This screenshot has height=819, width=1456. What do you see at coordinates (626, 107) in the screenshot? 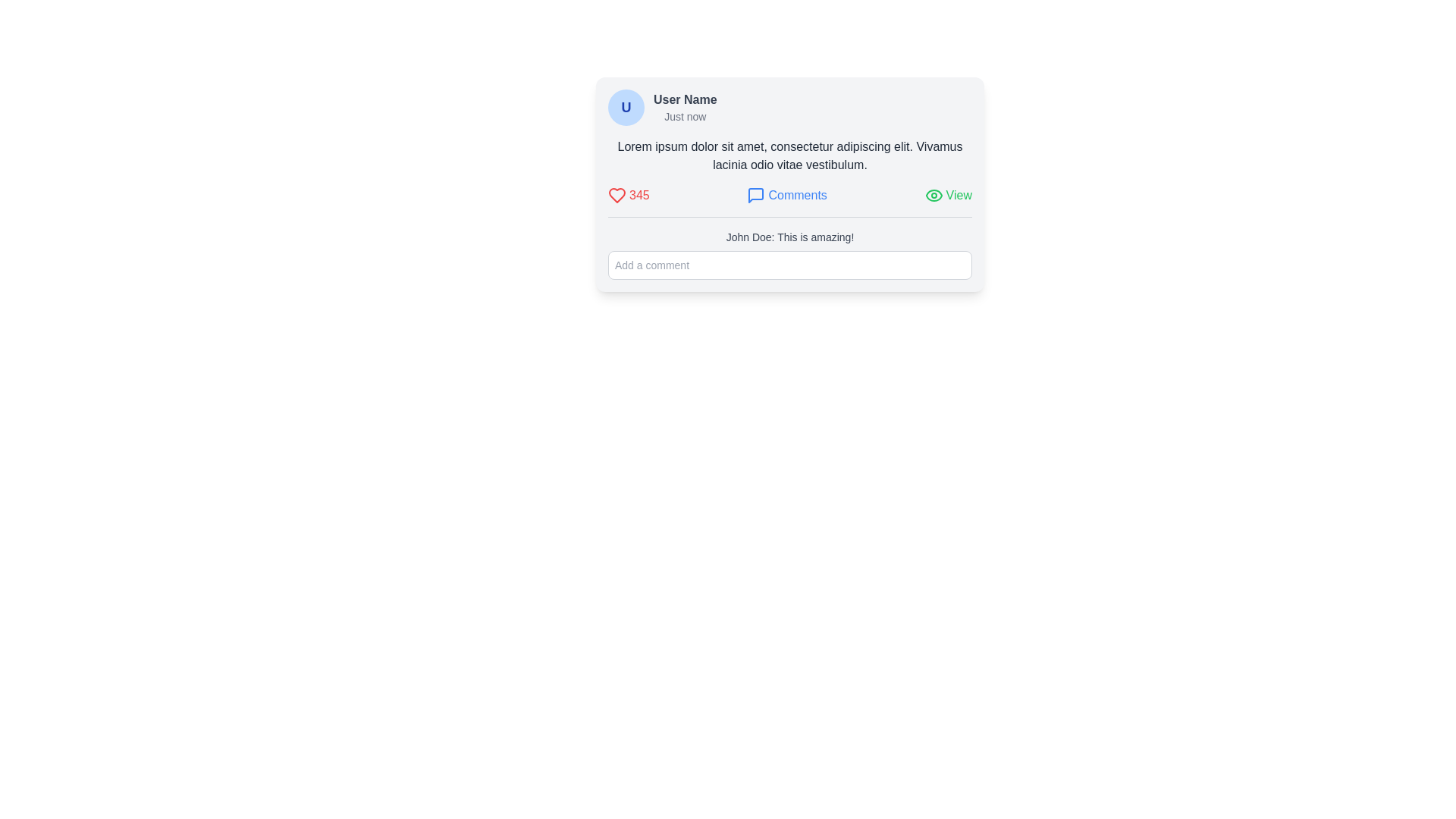
I see `the Avatar or profile icon located at the top-left side of the user card component, which visually represents the user's profile picture` at bounding box center [626, 107].